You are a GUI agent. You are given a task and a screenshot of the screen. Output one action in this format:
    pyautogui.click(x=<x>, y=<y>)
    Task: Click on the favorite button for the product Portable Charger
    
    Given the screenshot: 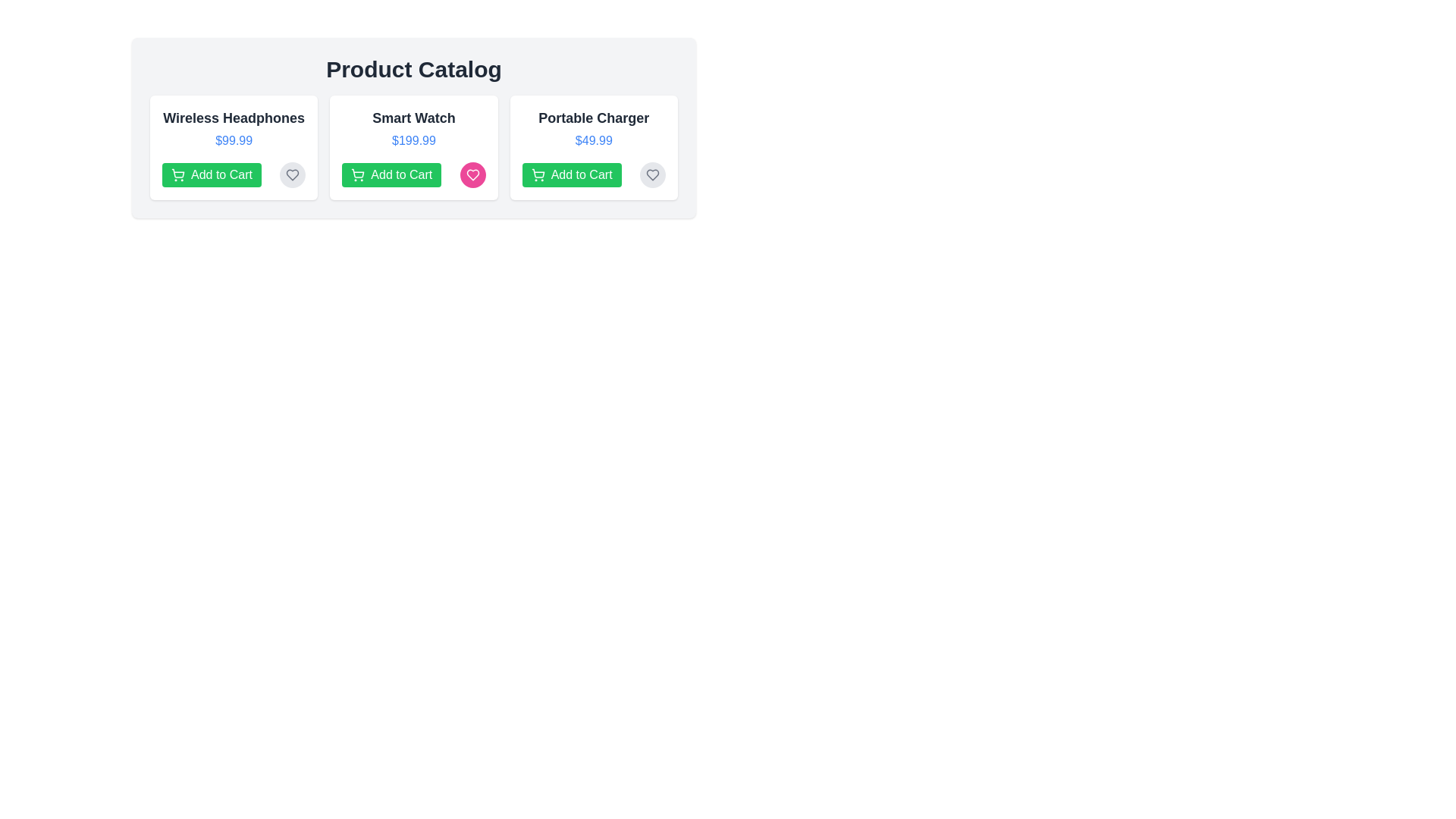 What is the action you would take?
    pyautogui.click(x=652, y=174)
    